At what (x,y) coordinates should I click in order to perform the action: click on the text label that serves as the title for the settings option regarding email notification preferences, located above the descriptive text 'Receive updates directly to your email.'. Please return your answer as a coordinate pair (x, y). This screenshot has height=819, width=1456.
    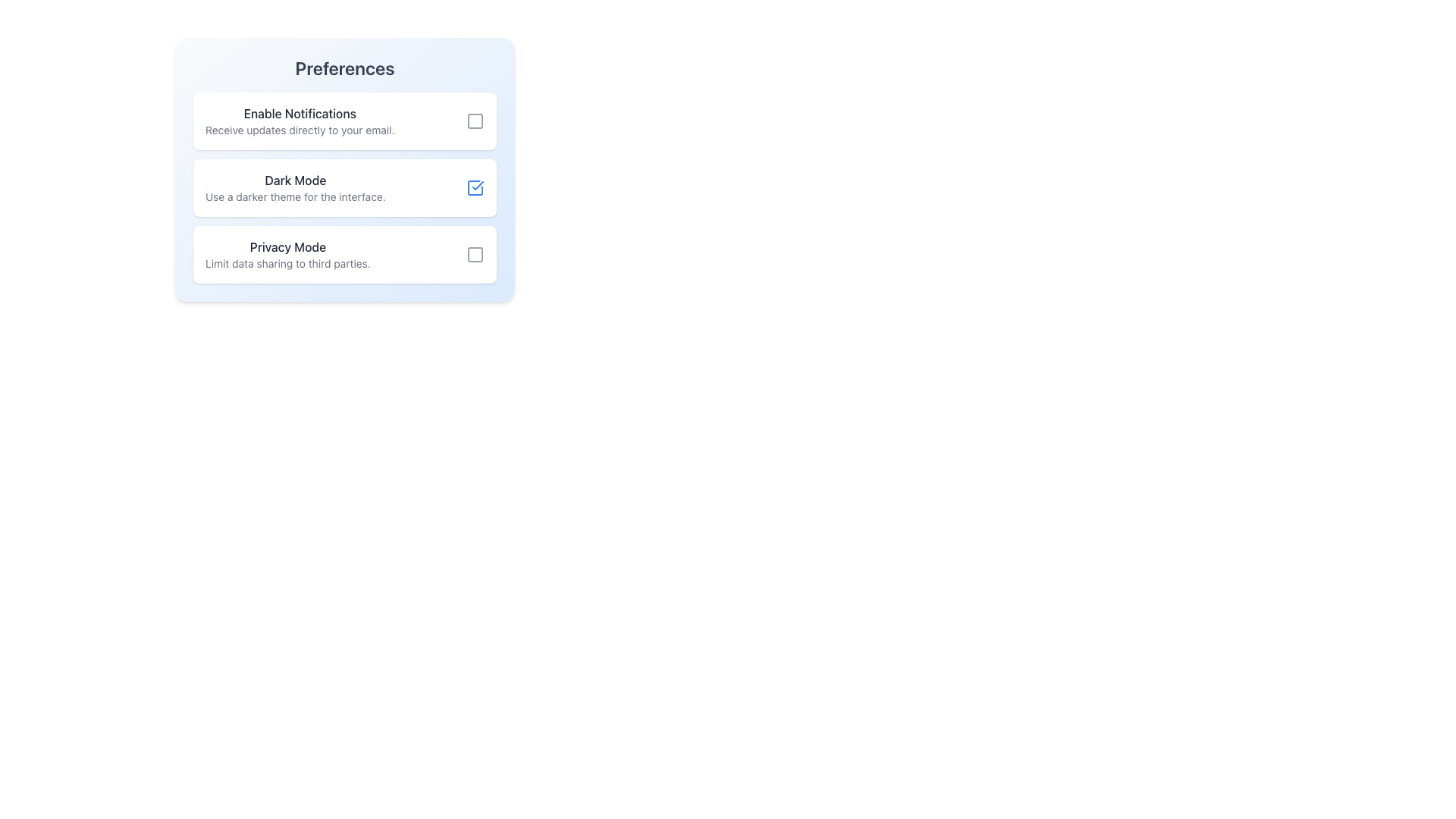
    Looking at the image, I should click on (300, 113).